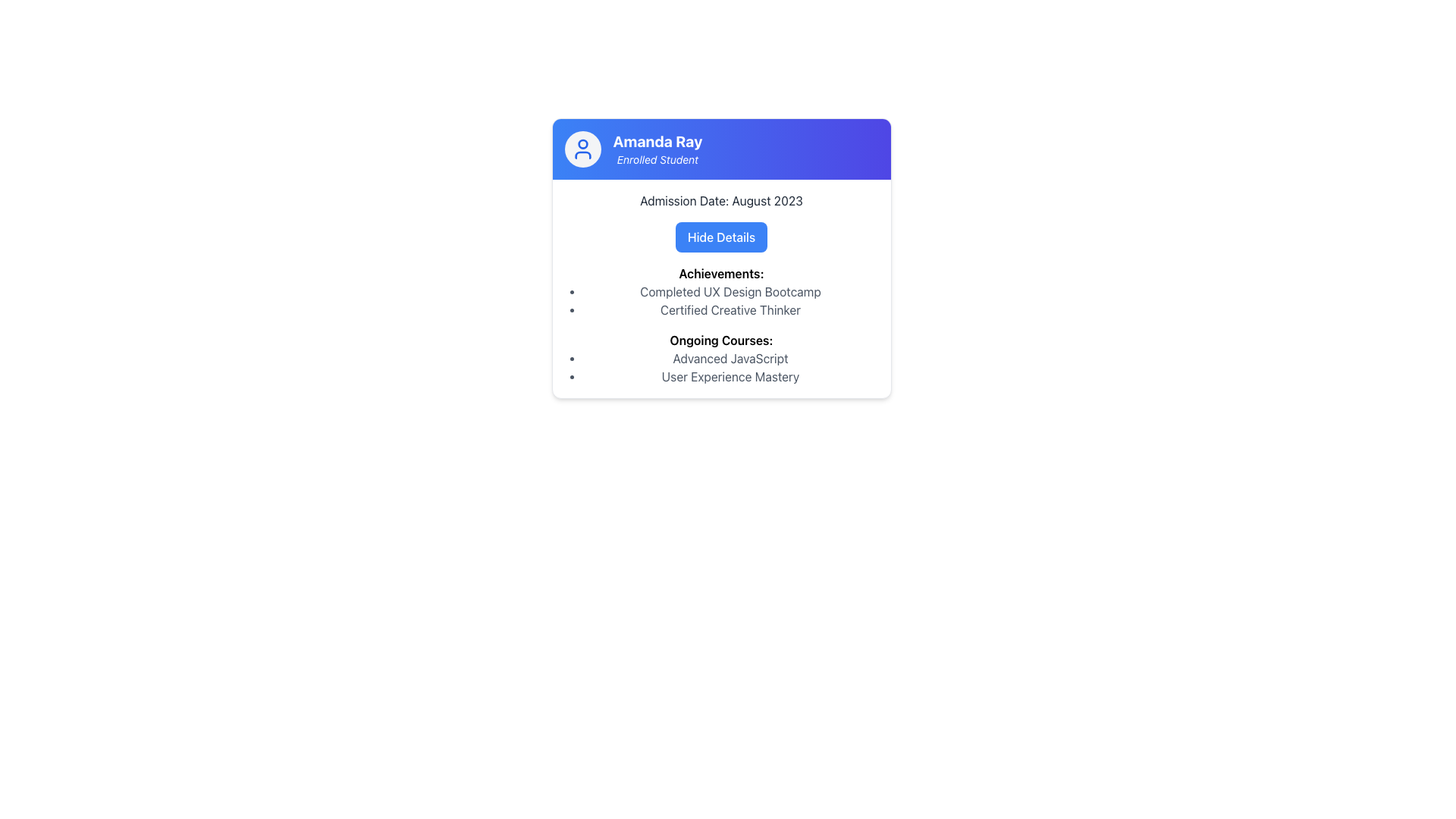 Image resolution: width=1456 pixels, height=819 pixels. Describe the element at coordinates (730, 359) in the screenshot. I see `the text label reading 'Advanced JavaScript', which is the first bullet point in the list titled 'Ongoing Courses:' positioned towards the middle-bottom of the card layout` at that location.